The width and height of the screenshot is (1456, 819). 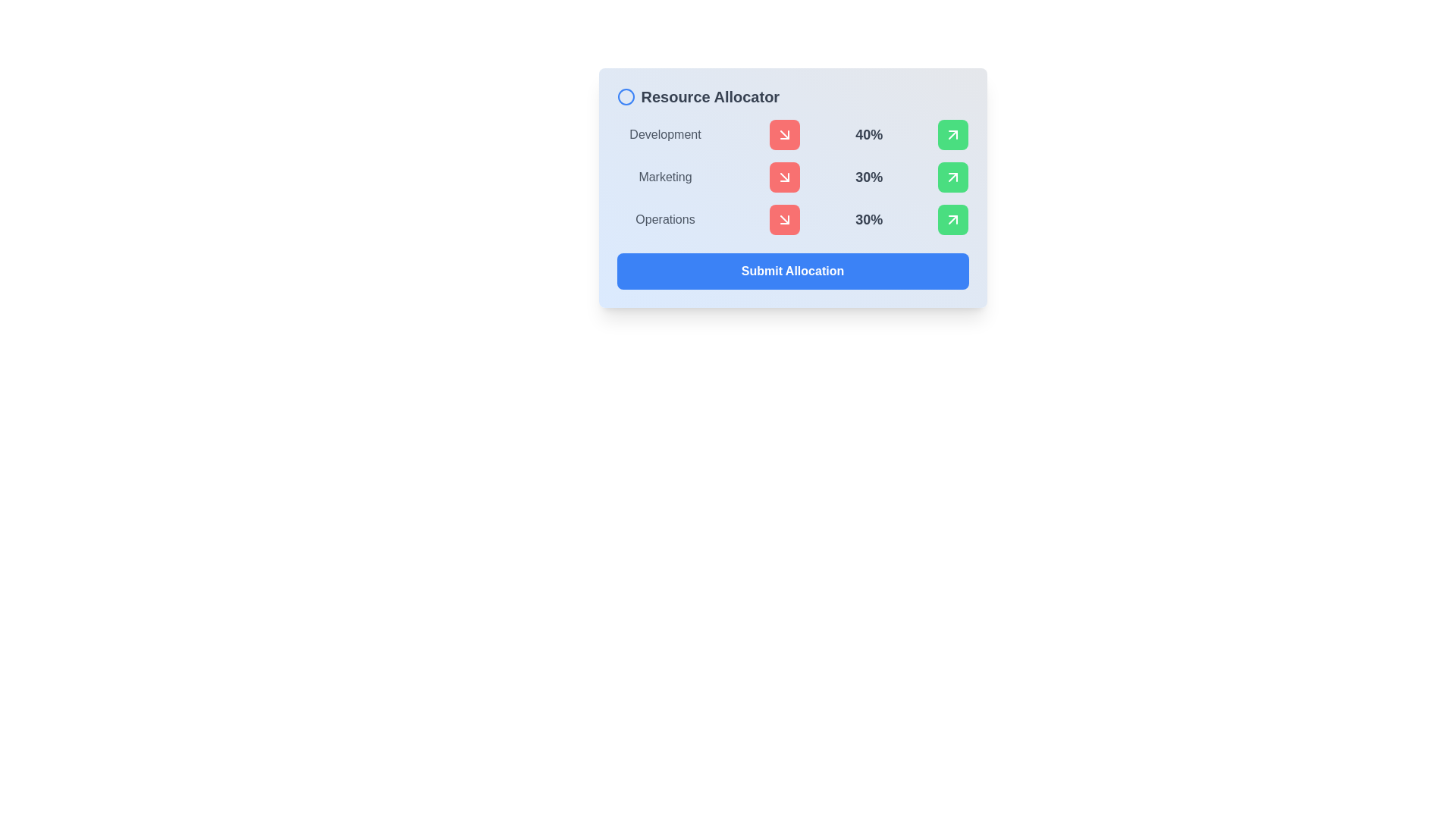 I want to click on the static text label indicating the percentage value associated with 'Marketing', which is located to the right of the 'Marketing' label and adjacent to arrow icons, so click(x=869, y=177).